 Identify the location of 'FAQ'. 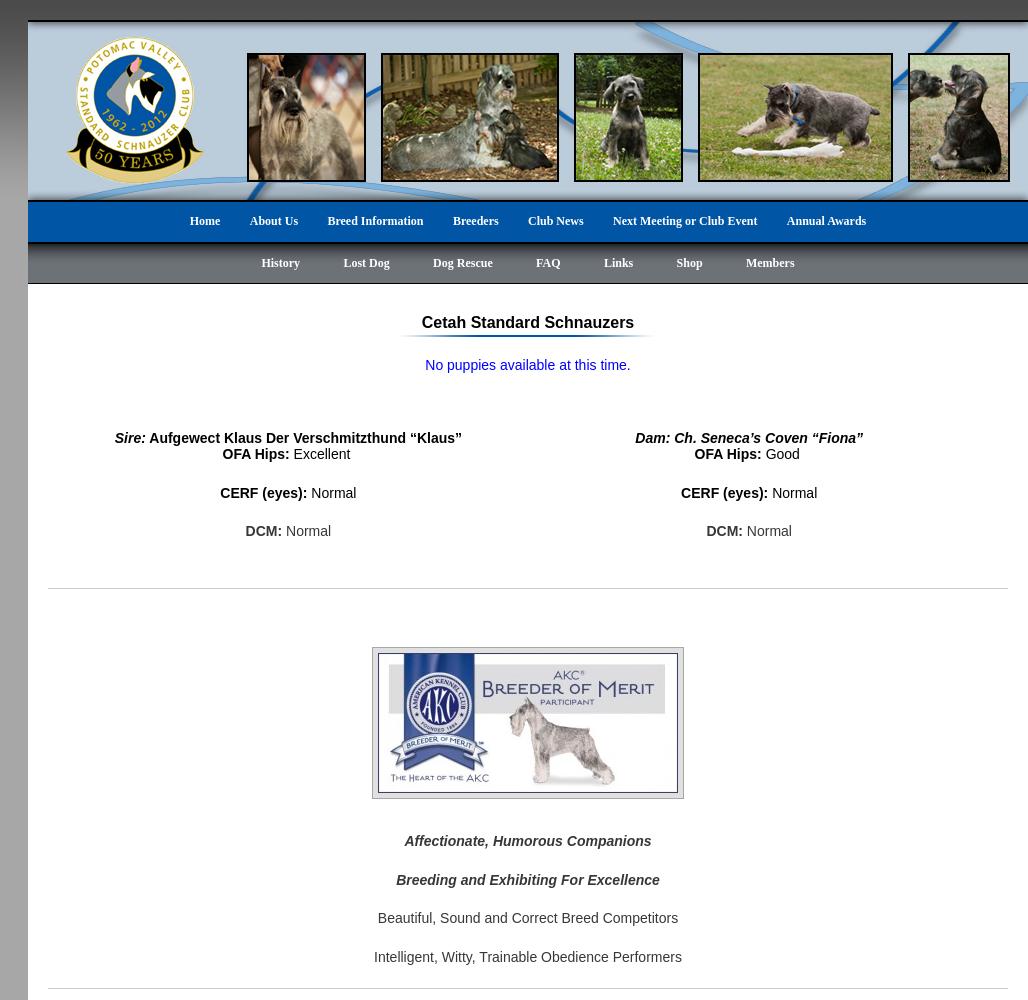
(535, 263).